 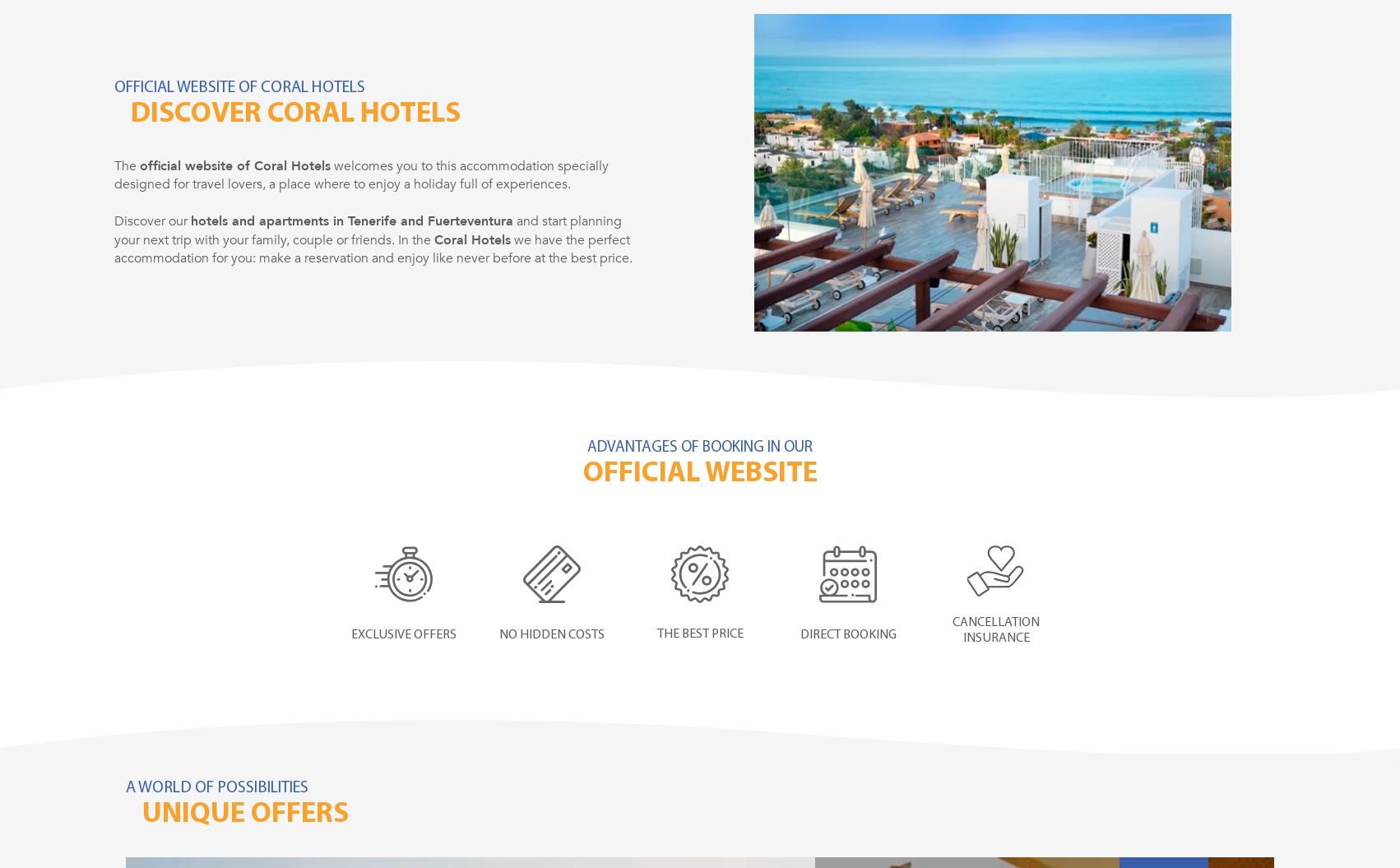 What do you see at coordinates (472, 239) in the screenshot?
I see `'Coral Hotels'` at bounding box center [472, 239].